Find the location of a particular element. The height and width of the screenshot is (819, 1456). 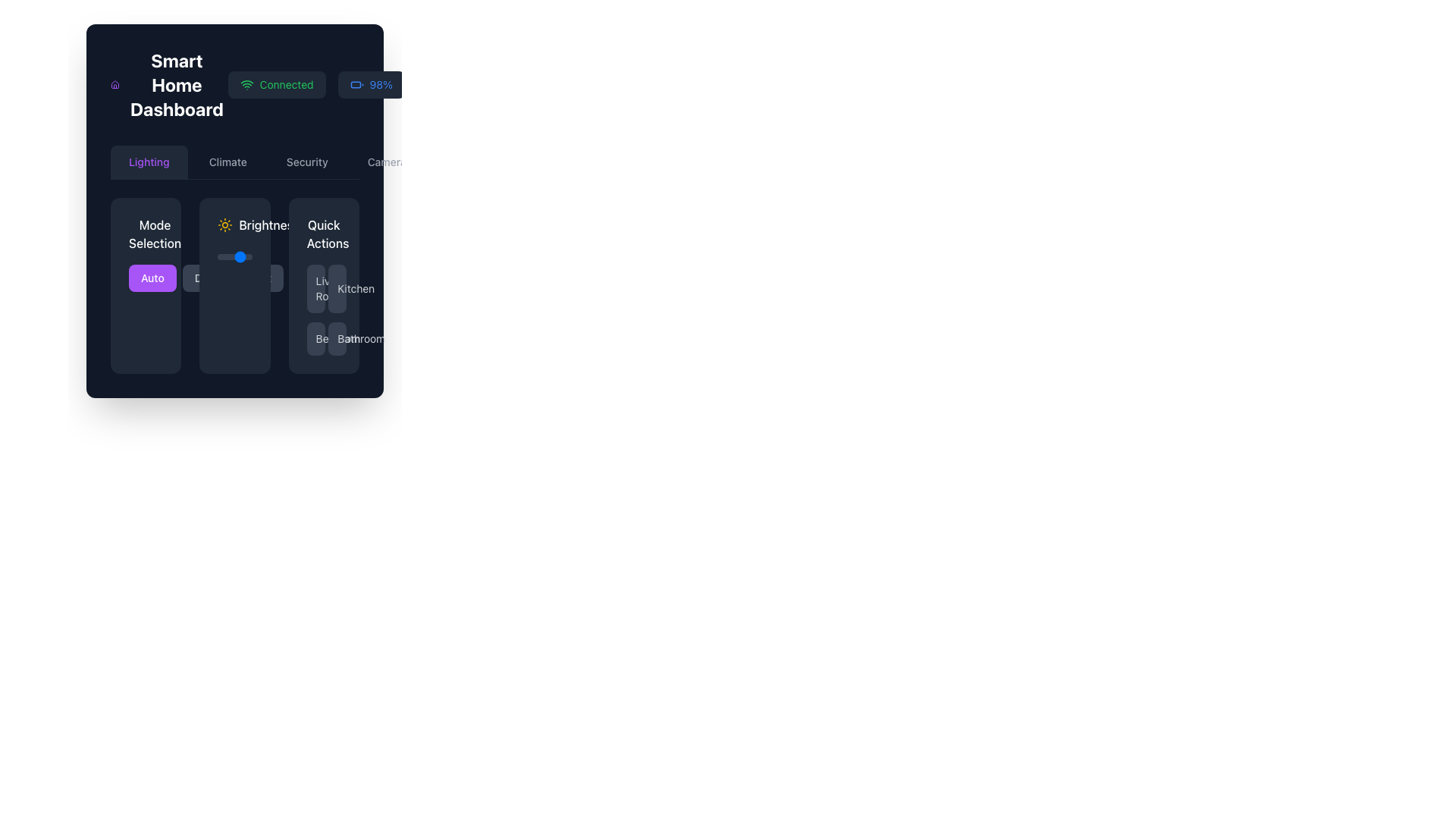

the 'Cameras' navigation tab located at the top of the dark-themed dashboard to switch to the Cameras section is located at coordinates (389, 162).